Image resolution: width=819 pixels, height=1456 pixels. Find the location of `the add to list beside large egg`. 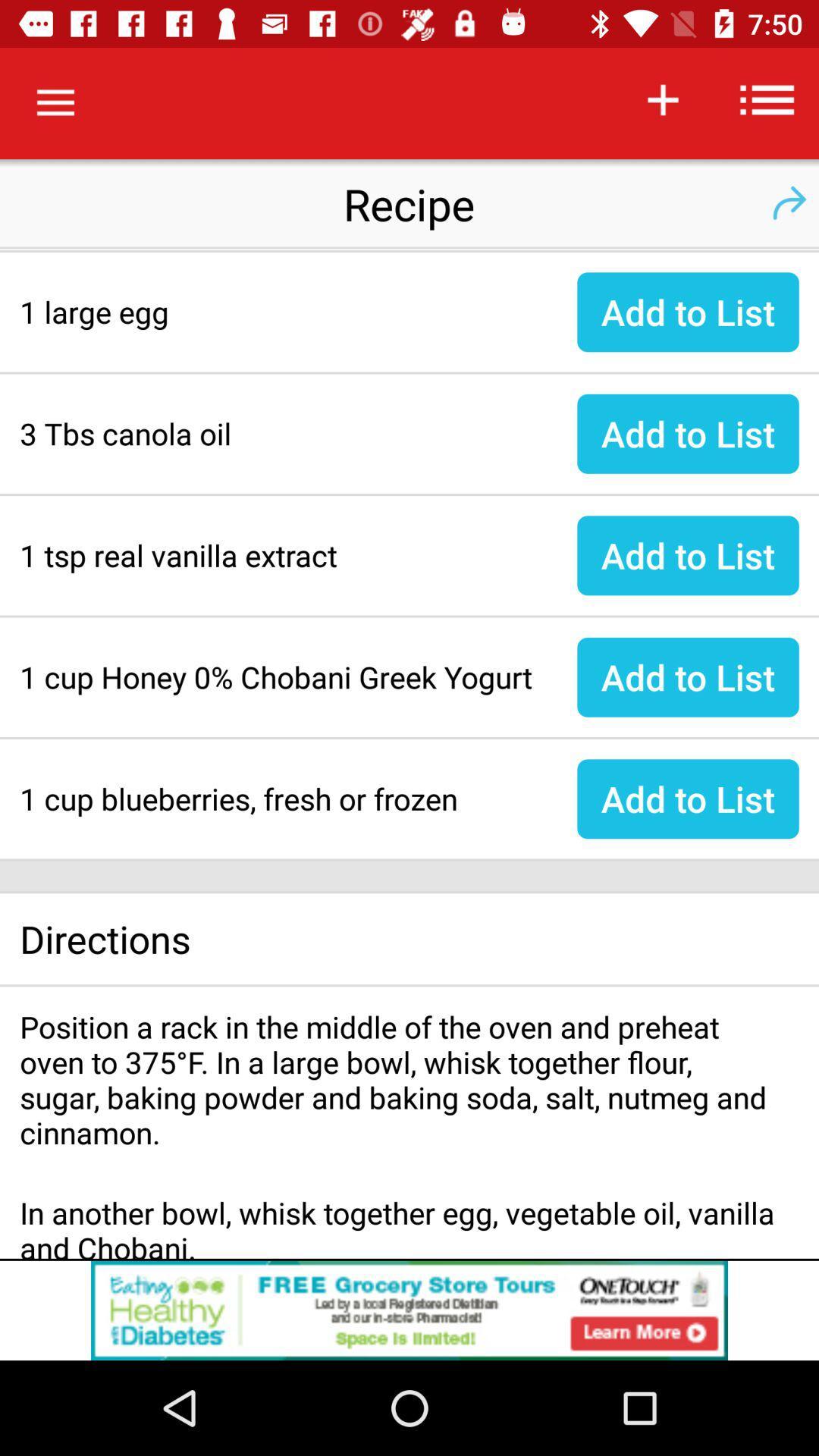

the add to list beside large egg is located at coordinates (688, 311).